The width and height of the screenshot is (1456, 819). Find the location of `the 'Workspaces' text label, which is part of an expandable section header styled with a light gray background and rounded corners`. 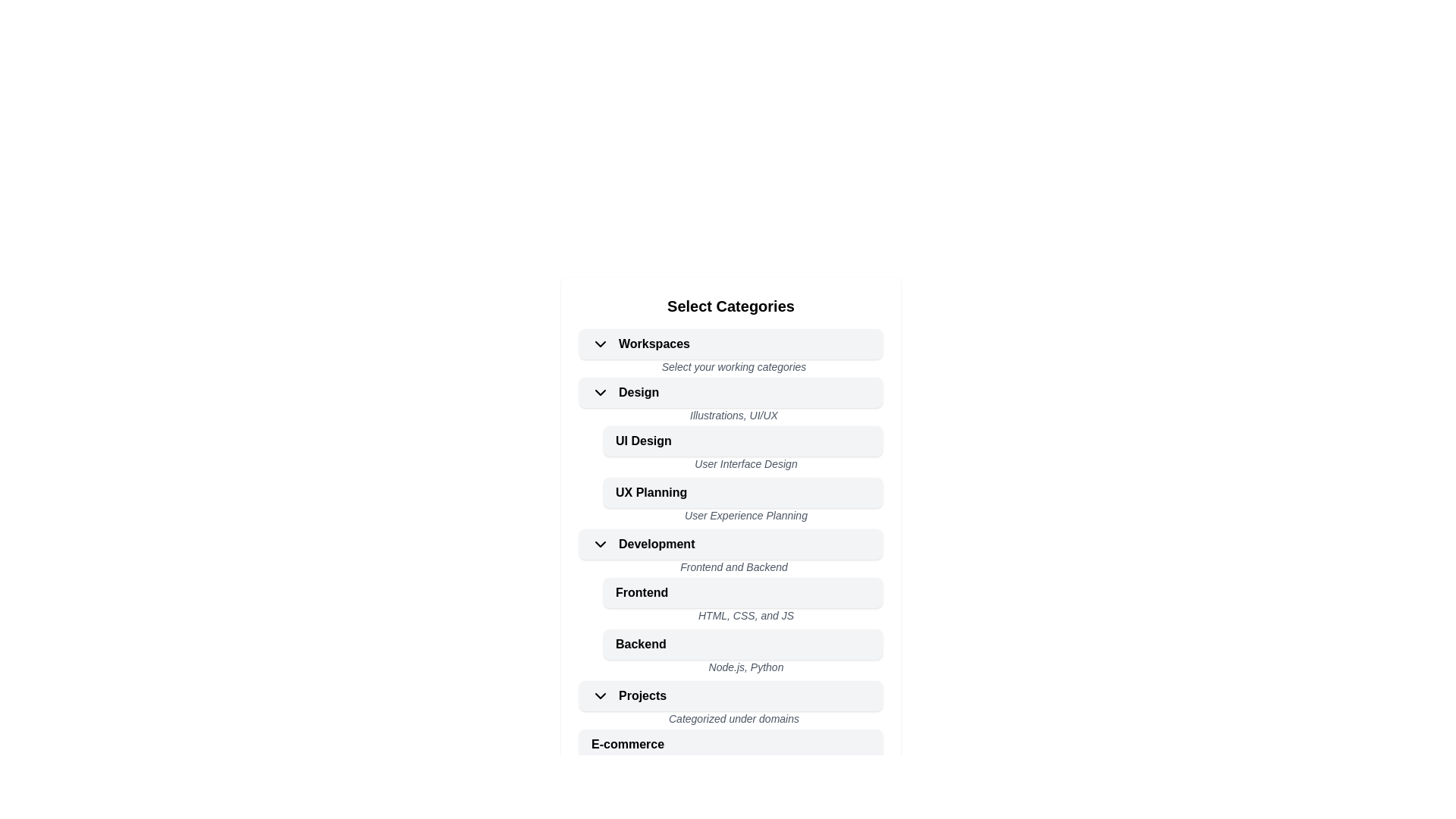

the 'Workspaces' text label, which is part of an expandable section header styled with a light gray background and rounded corners is located at coordinates (640, 344).